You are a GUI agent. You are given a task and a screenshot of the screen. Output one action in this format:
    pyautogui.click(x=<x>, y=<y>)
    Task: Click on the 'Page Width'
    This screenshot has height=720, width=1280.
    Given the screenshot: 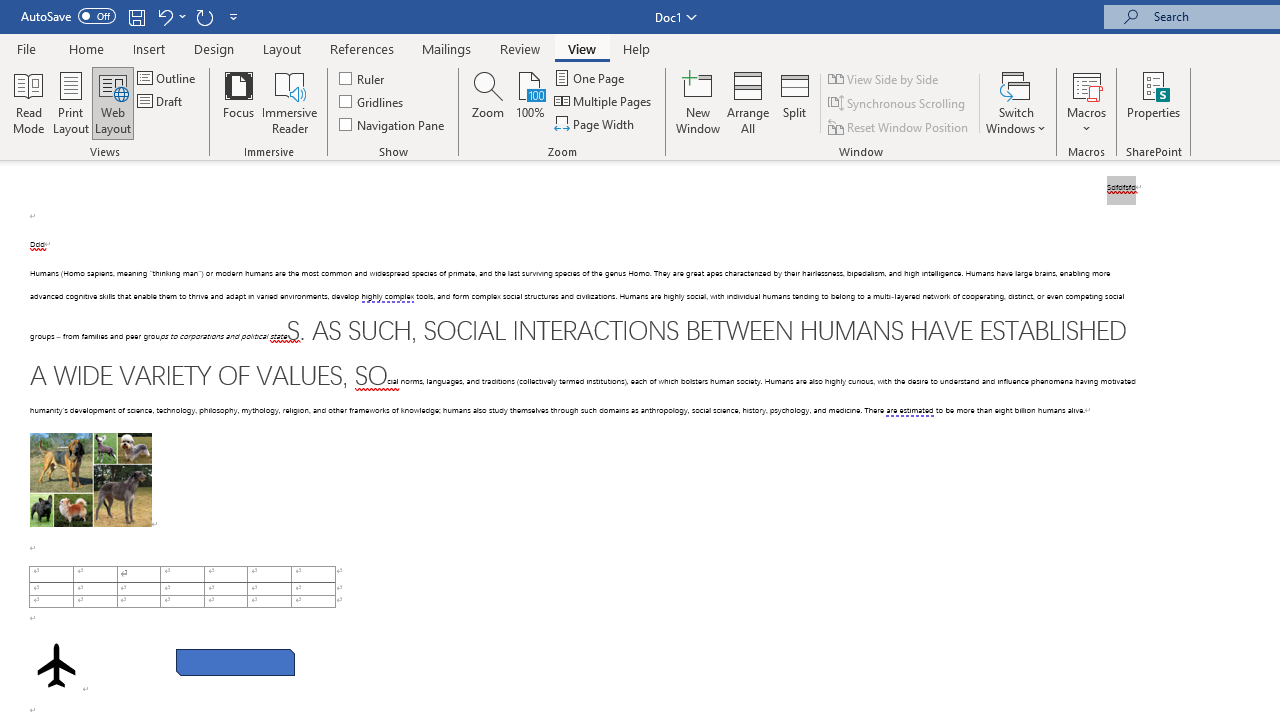 What is the action you would take?
    pyautogui.click(x=594, y=124)
    